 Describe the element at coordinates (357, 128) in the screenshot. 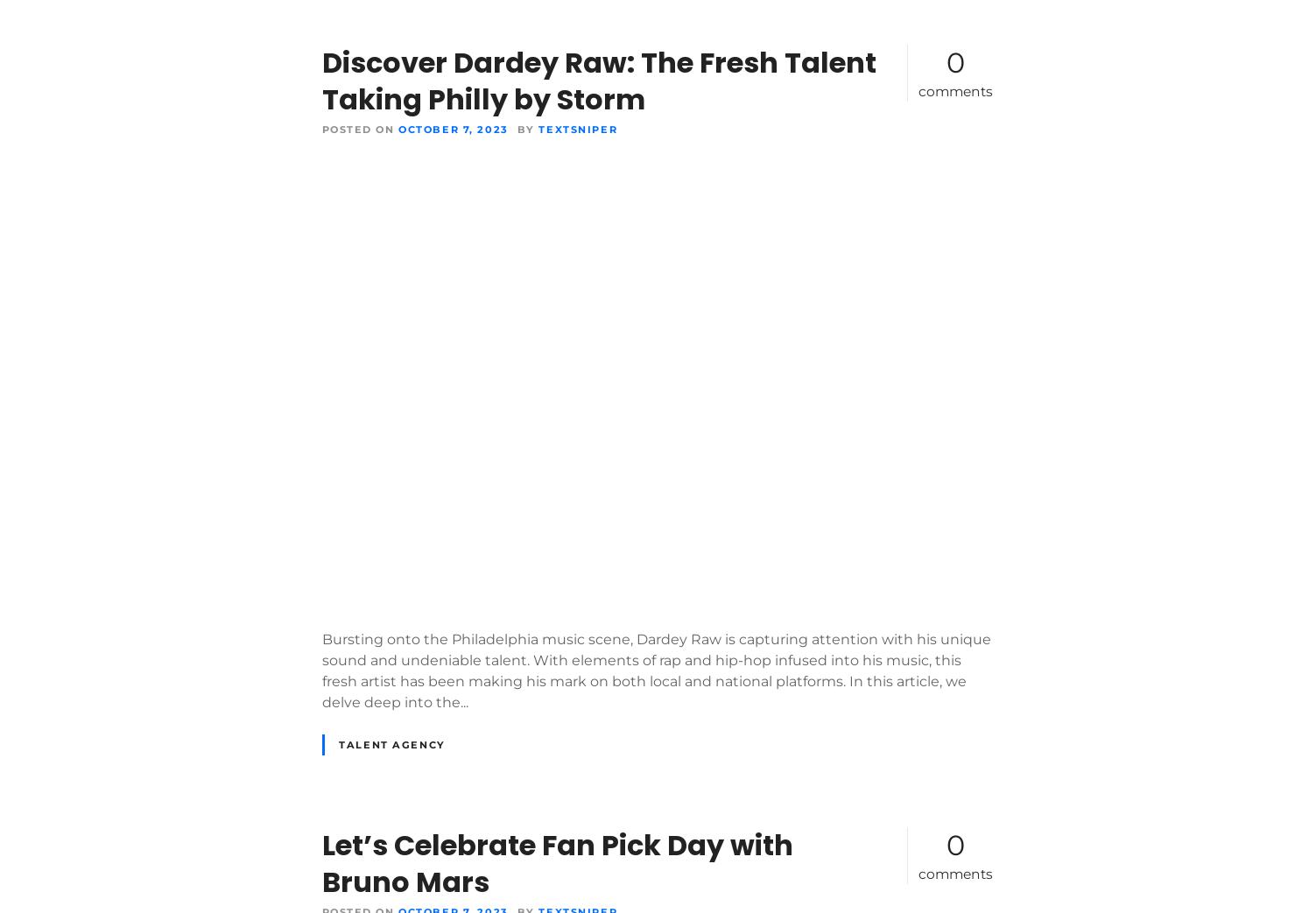

I see `'Posted on'` at that location.